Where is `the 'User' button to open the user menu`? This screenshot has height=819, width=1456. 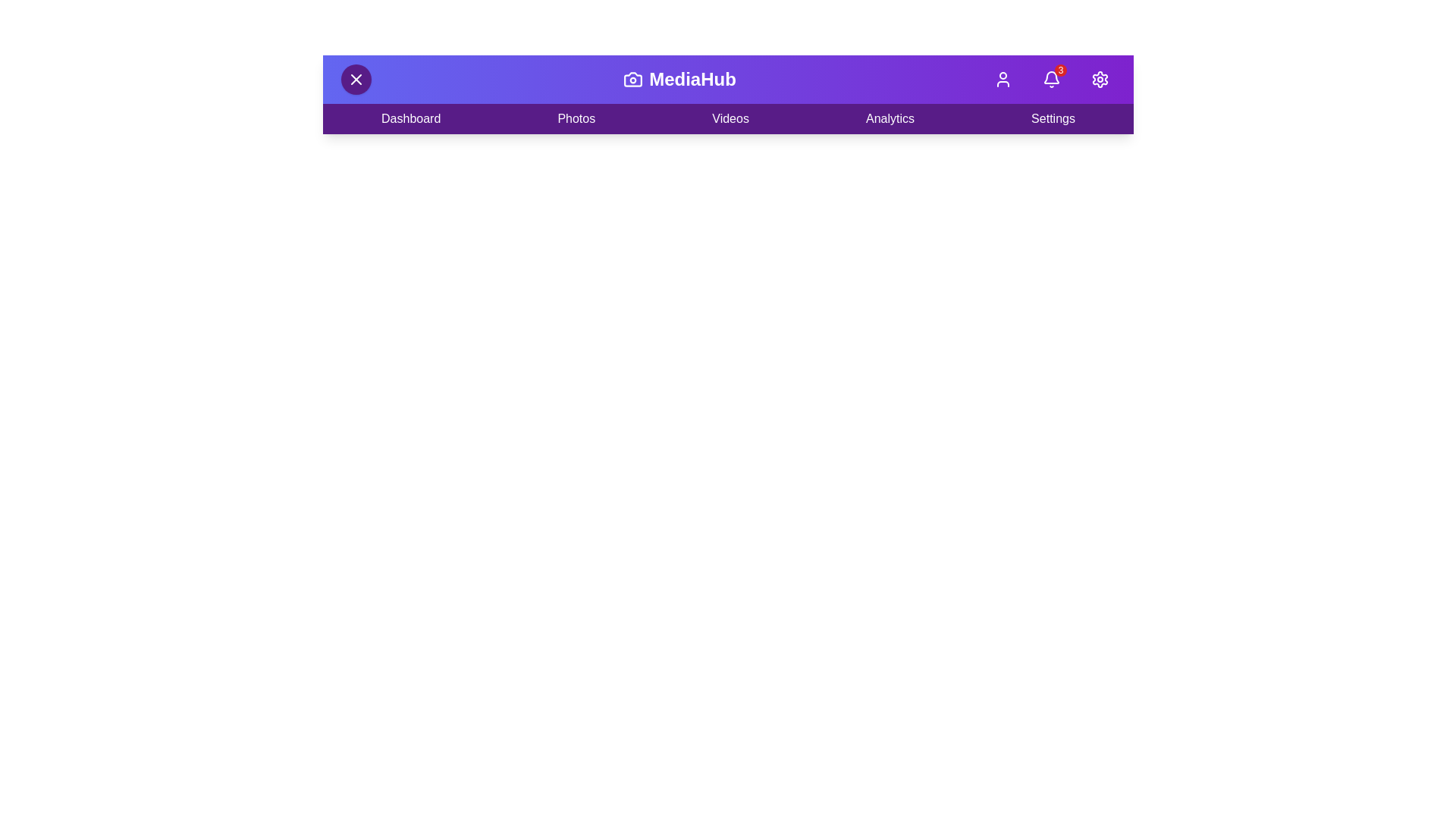
the 'User' button to open the user menu is located at coordinates (1003, 79).